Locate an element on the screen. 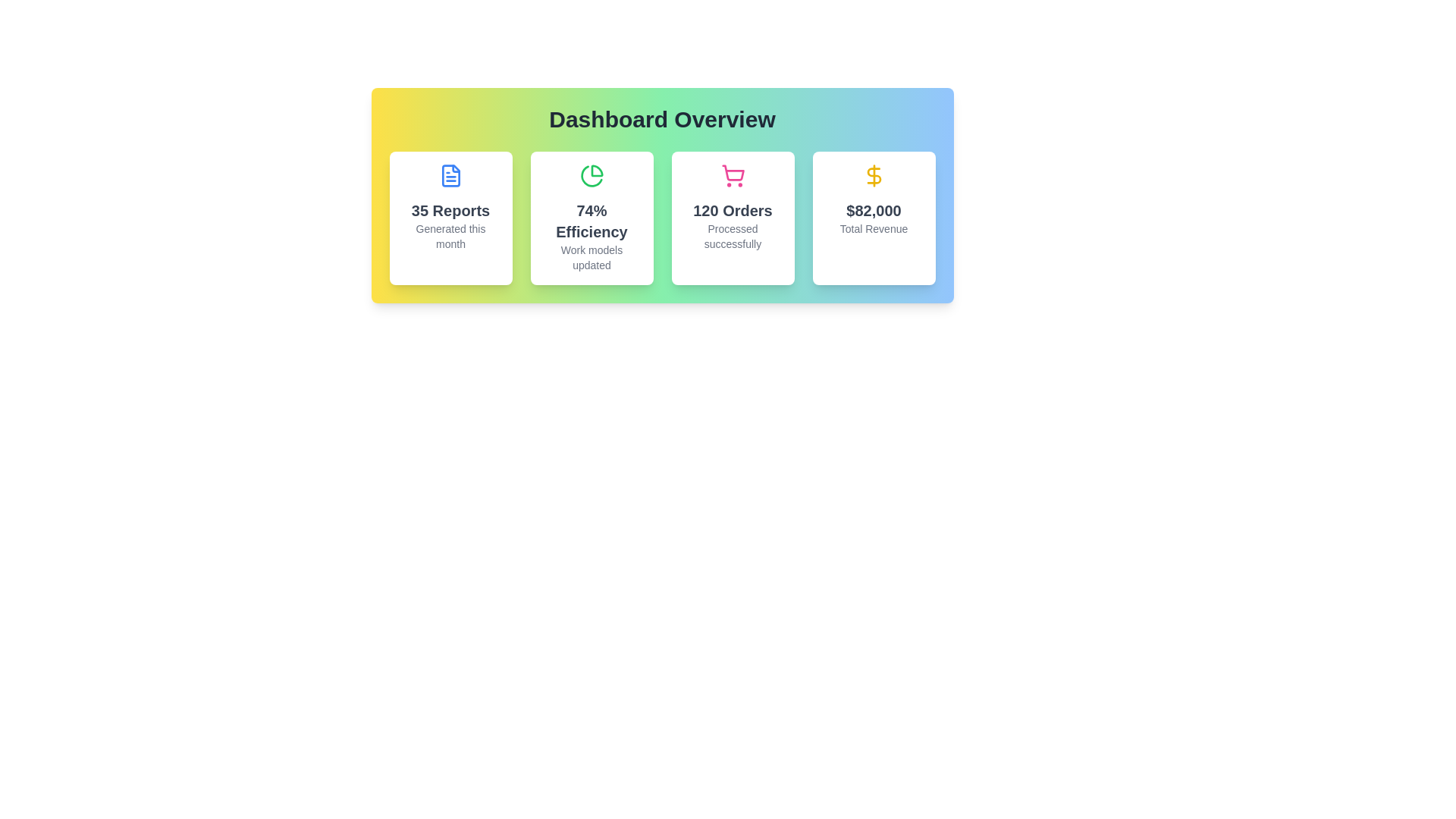 This screenshot has width=1456, height=819. the text label reading 'Generated this month' located underneath the headline '35 Reports' in the leftmost card panel is located at coordinates (450, 237).